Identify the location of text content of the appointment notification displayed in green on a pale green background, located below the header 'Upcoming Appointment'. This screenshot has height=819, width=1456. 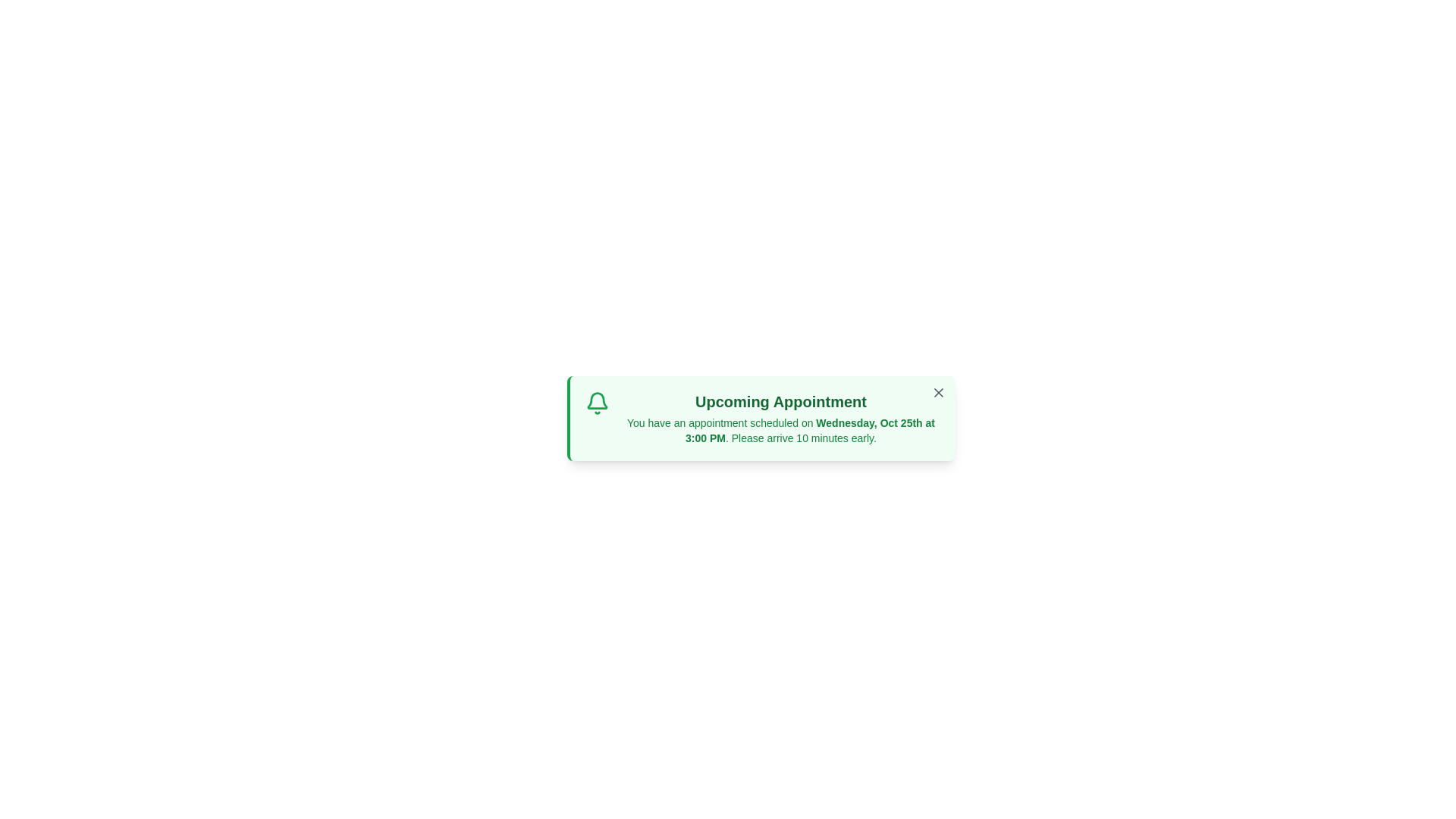
(781, 430).